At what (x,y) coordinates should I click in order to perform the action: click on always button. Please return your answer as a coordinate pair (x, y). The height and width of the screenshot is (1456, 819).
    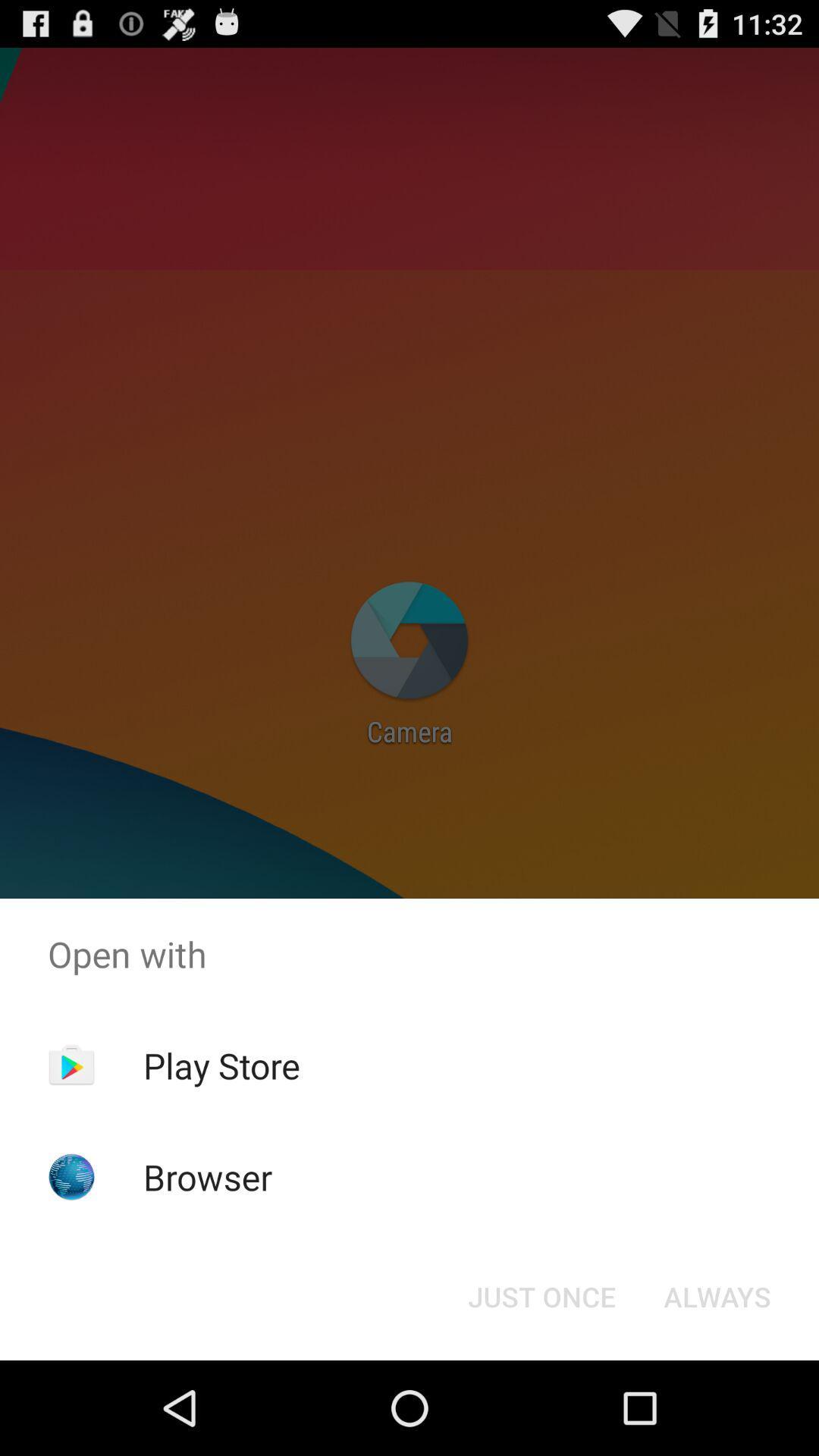
    Looking at the image, I should click on (717, 1295).